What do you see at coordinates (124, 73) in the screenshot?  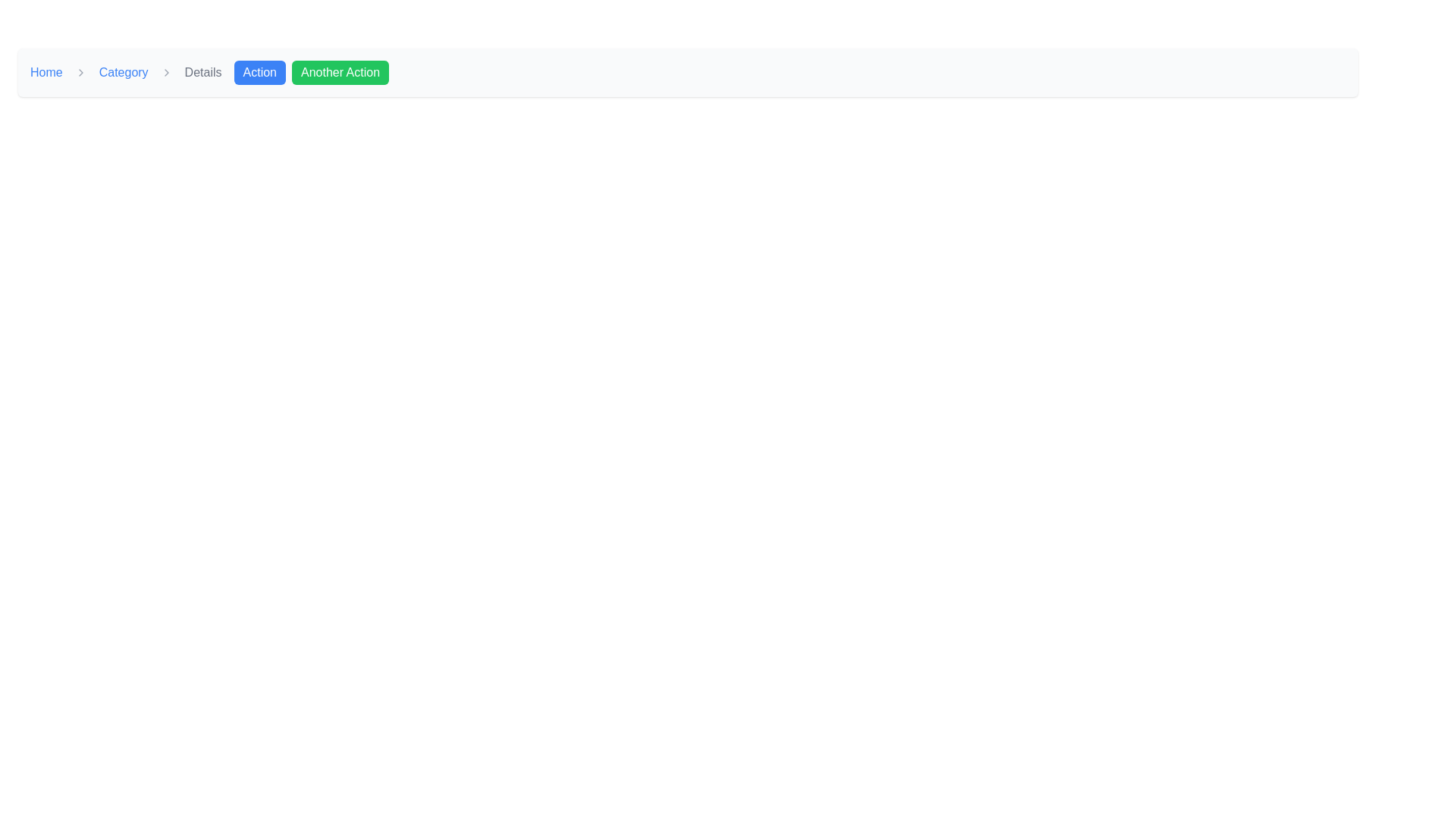 I see `the breadcrumb link that allows navigation to the 'Category' section` at bounding box center [124, 73].